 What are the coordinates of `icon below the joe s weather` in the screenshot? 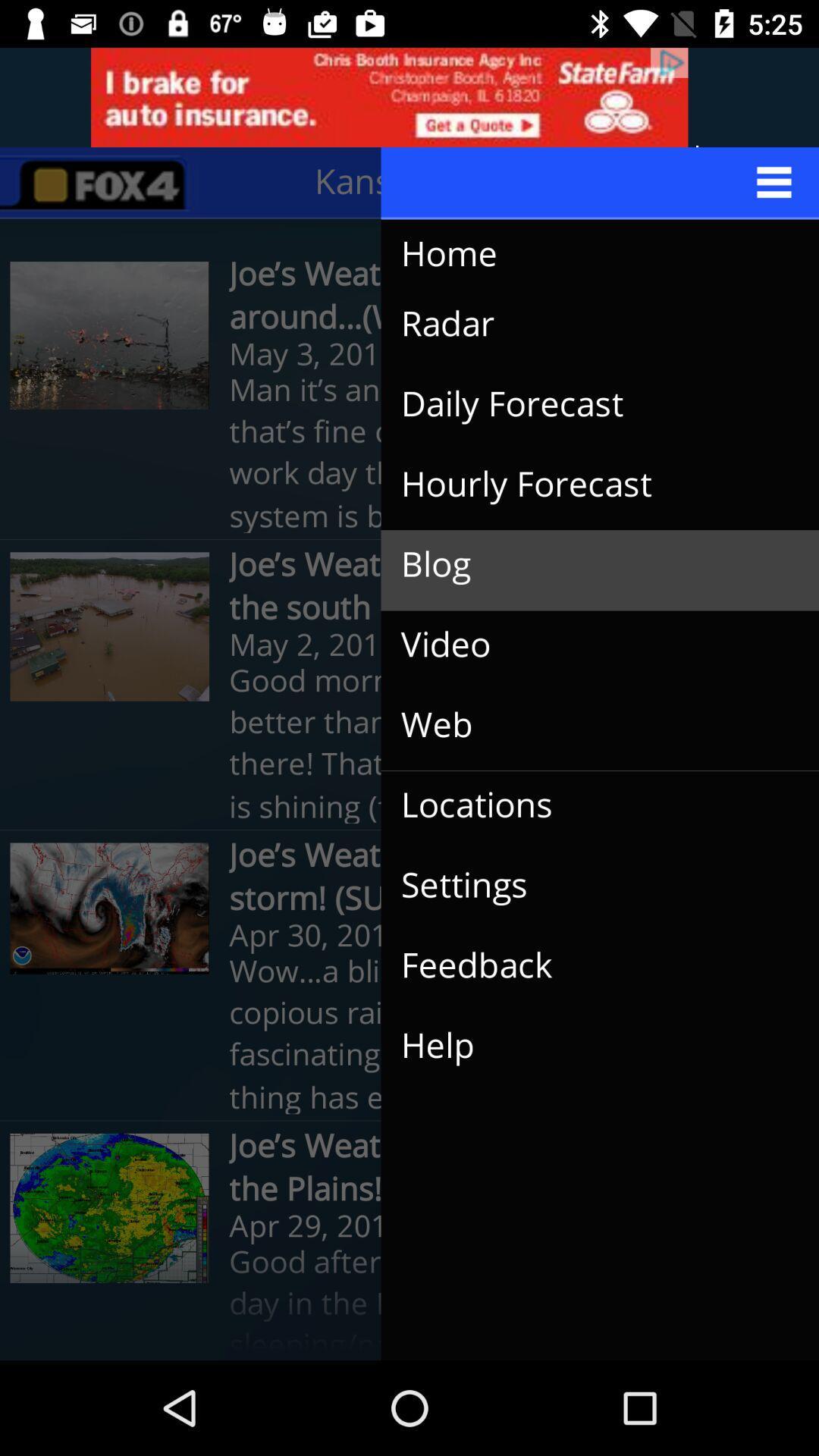 It's located at (587, 965).